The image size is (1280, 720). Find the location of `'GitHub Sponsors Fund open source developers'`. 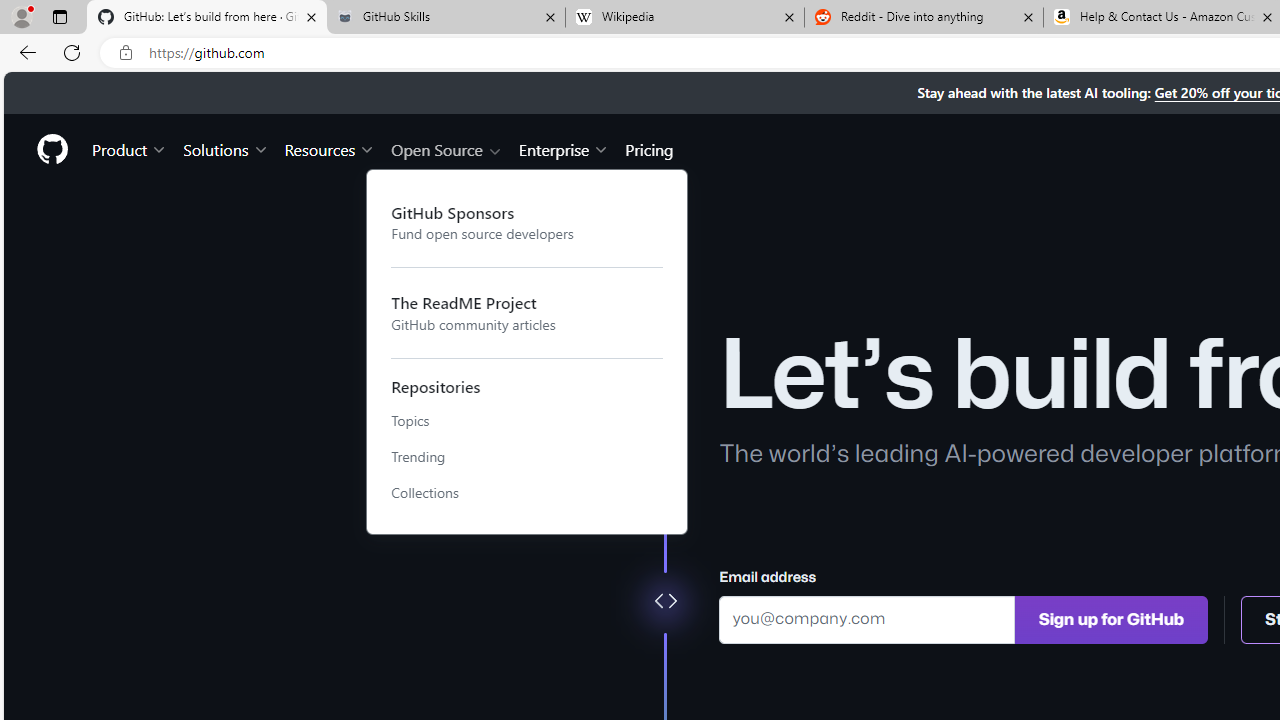

'GitHub Sponsors Fund open source developers' is located at coordinates (527, 222).